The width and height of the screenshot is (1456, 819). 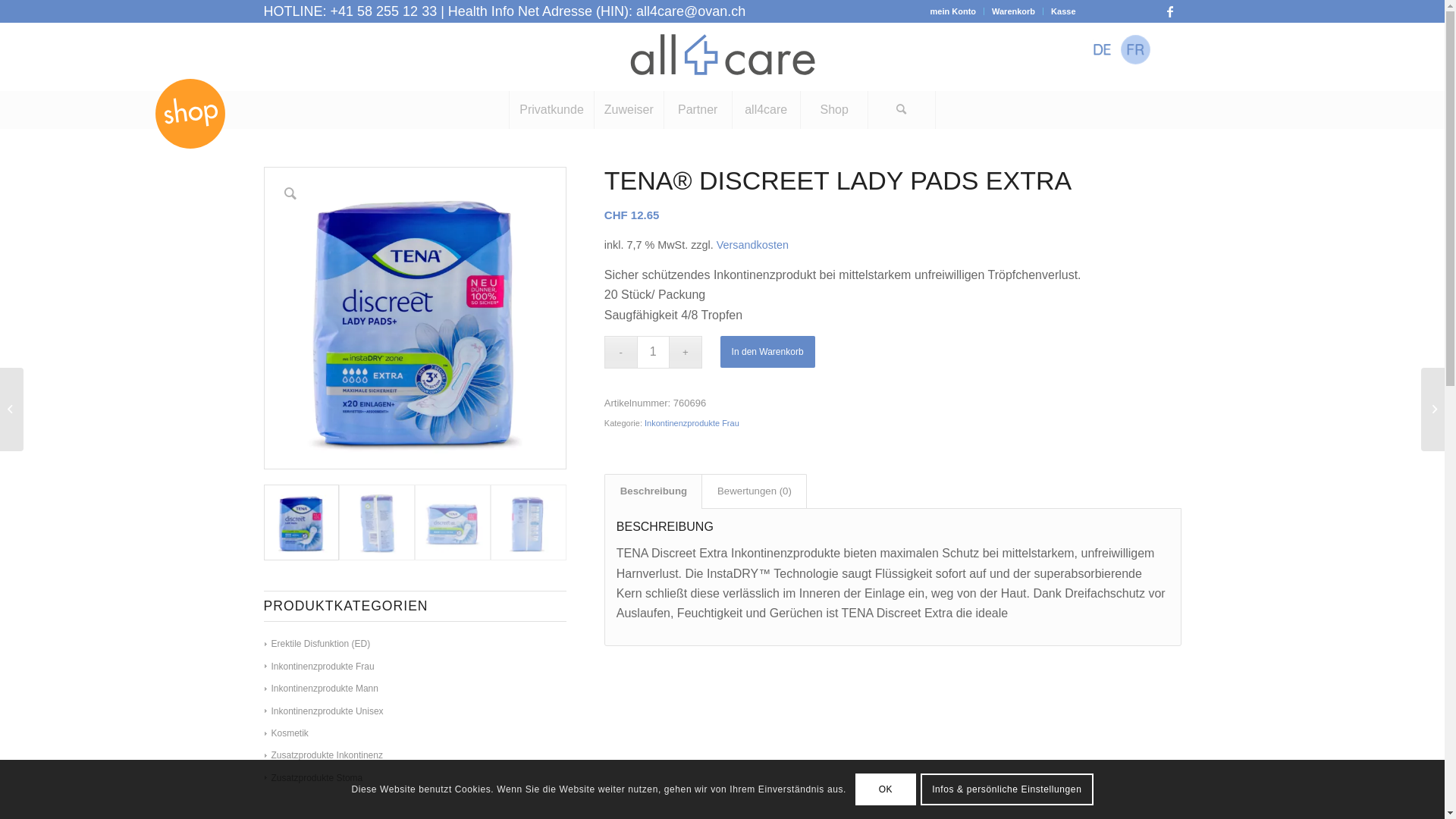 What do you see at coordinates (754, 491) in the screenshot?
I see `'Bewertungen (0)'` at bounding box center [754, 491].